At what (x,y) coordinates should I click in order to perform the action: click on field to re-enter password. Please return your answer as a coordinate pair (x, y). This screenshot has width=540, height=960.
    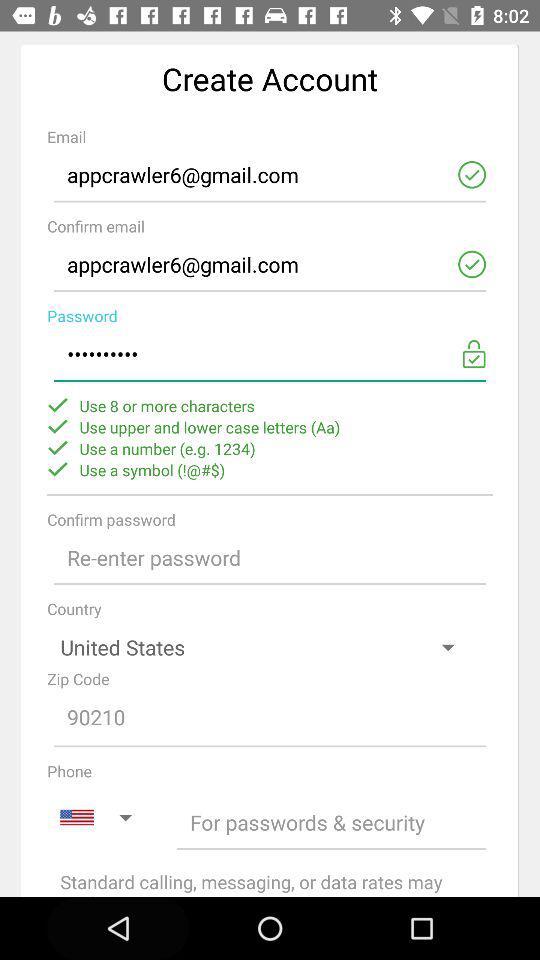
    Looking at the image, I should click on (270, 557).